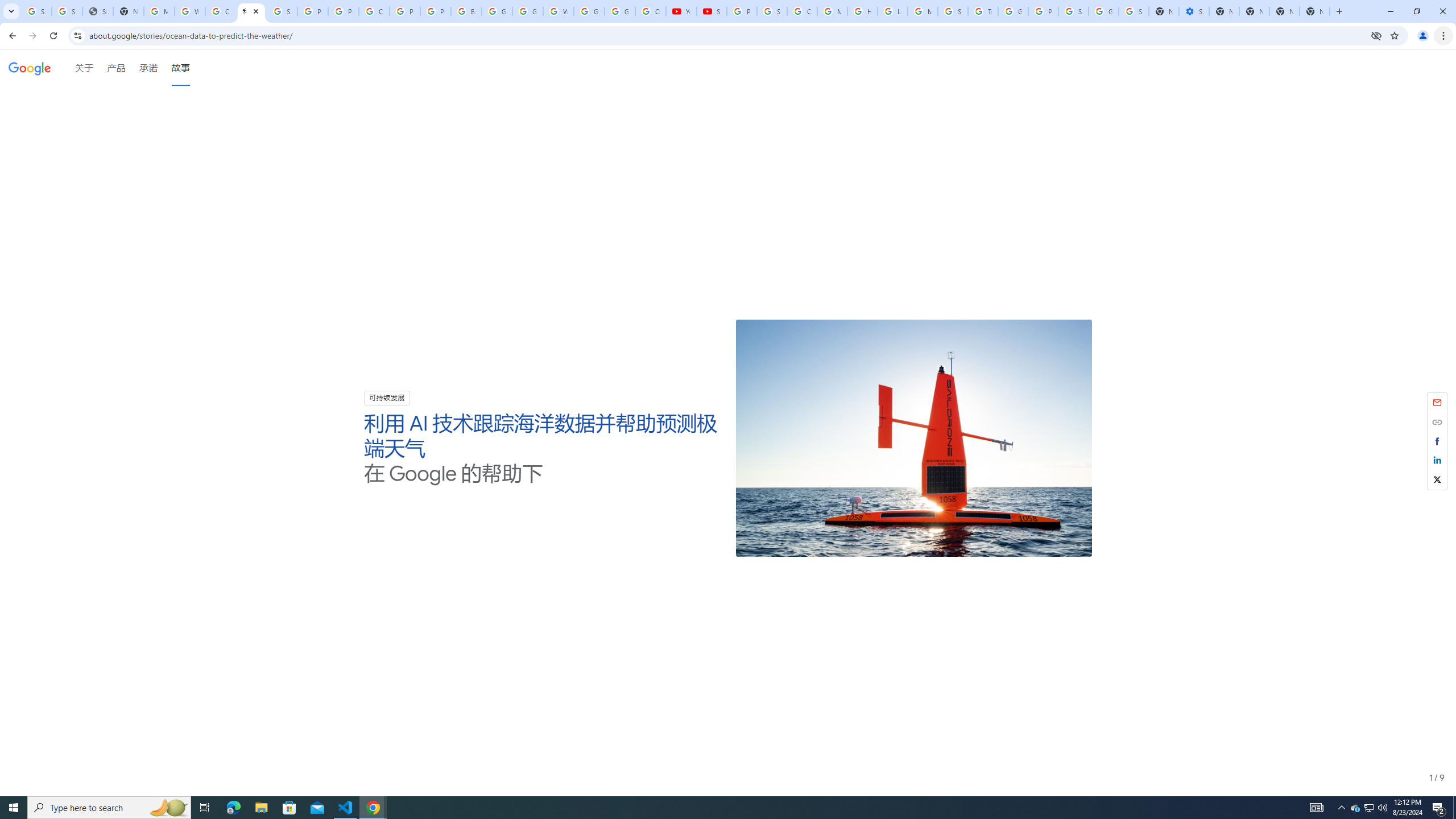  Describe the element at coordinates (1073, 11) in the screenshot. I see `'Sign in - Google Accounts'` at that location.